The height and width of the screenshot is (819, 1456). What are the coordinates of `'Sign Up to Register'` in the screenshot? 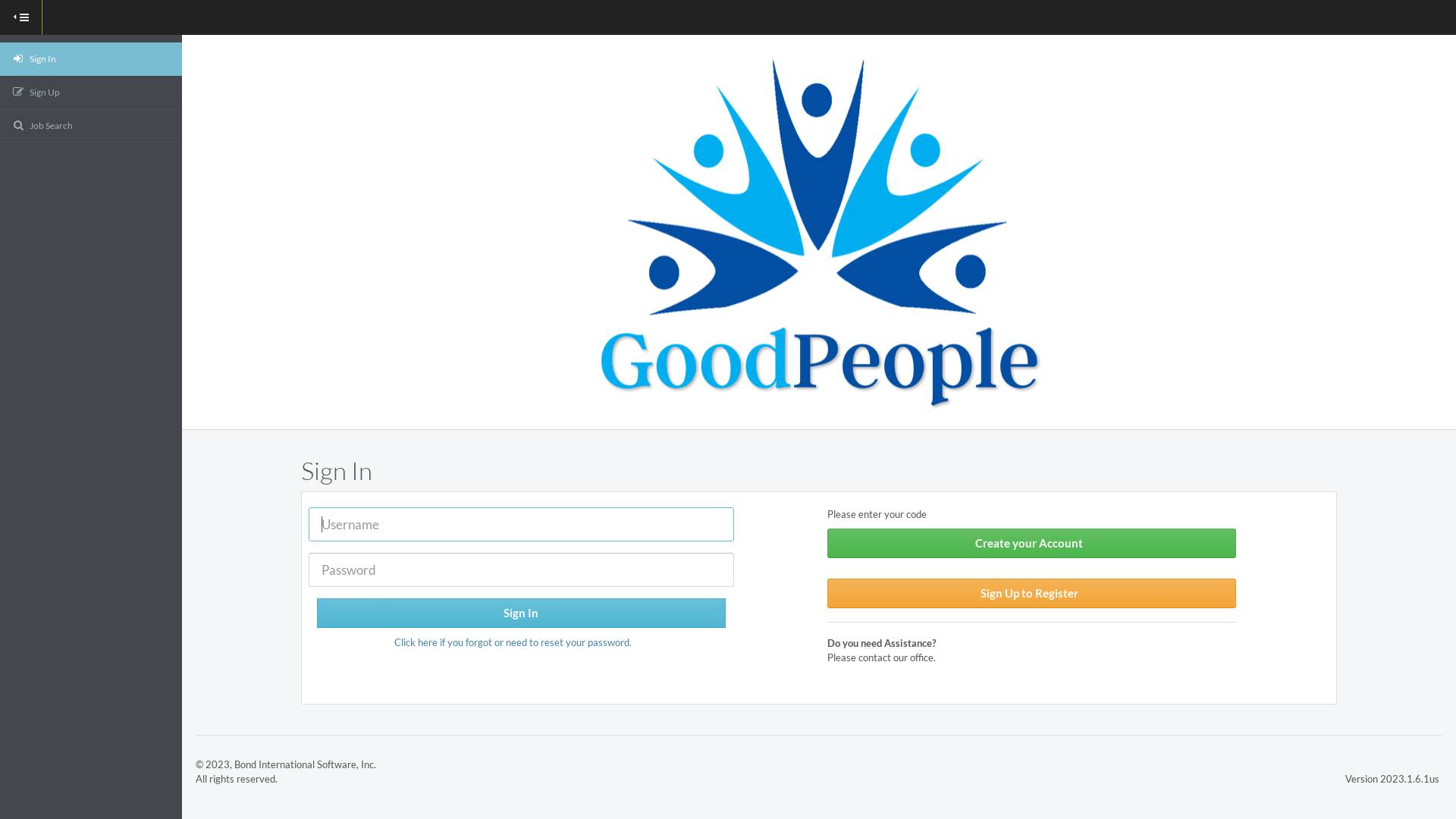 It's located at (1031, 592).